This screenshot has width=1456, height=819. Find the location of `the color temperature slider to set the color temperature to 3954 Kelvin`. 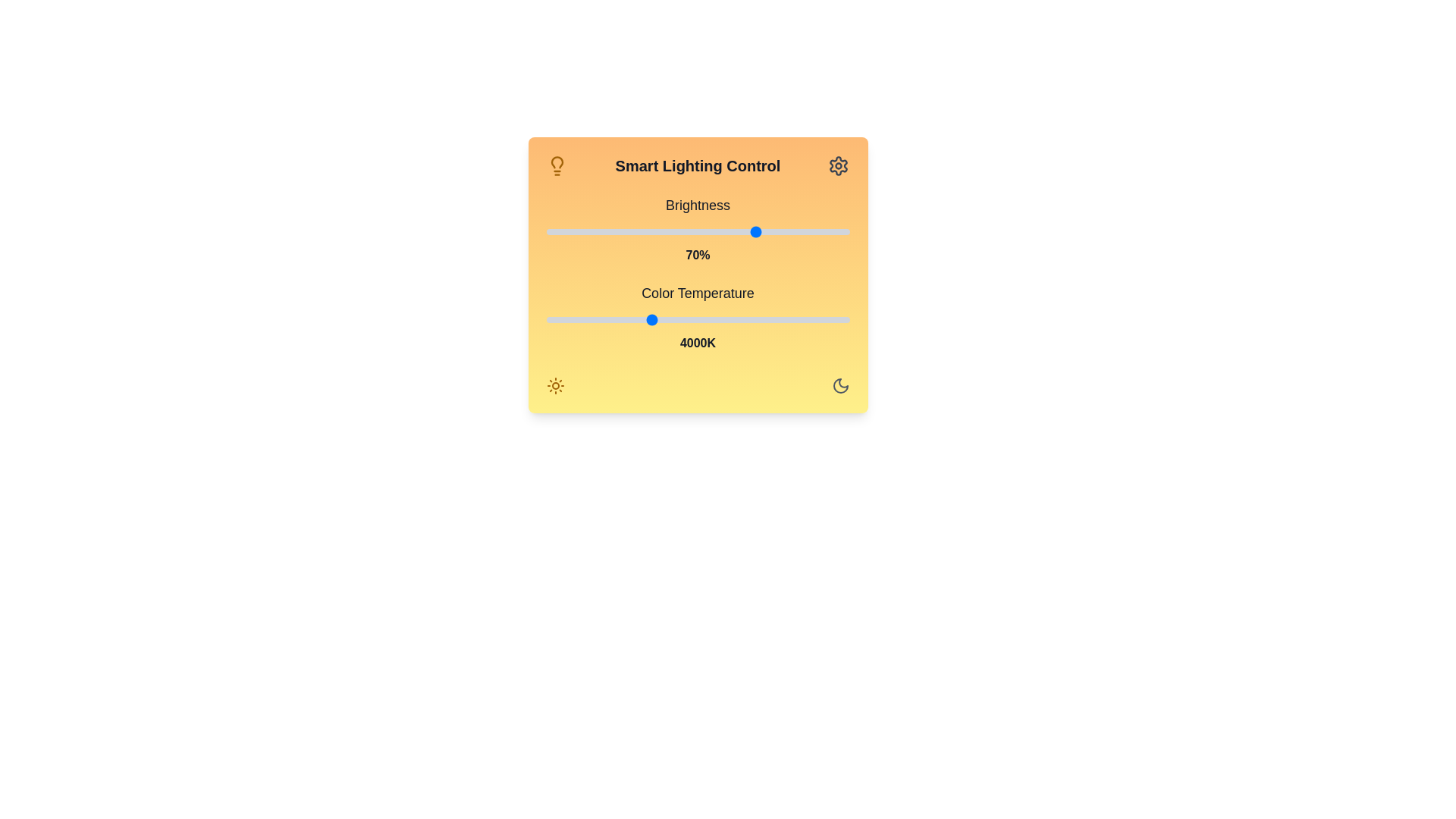

the color temperature slider to set the color temperature to 3954 Kelvin is located at coordinates (646, 318).